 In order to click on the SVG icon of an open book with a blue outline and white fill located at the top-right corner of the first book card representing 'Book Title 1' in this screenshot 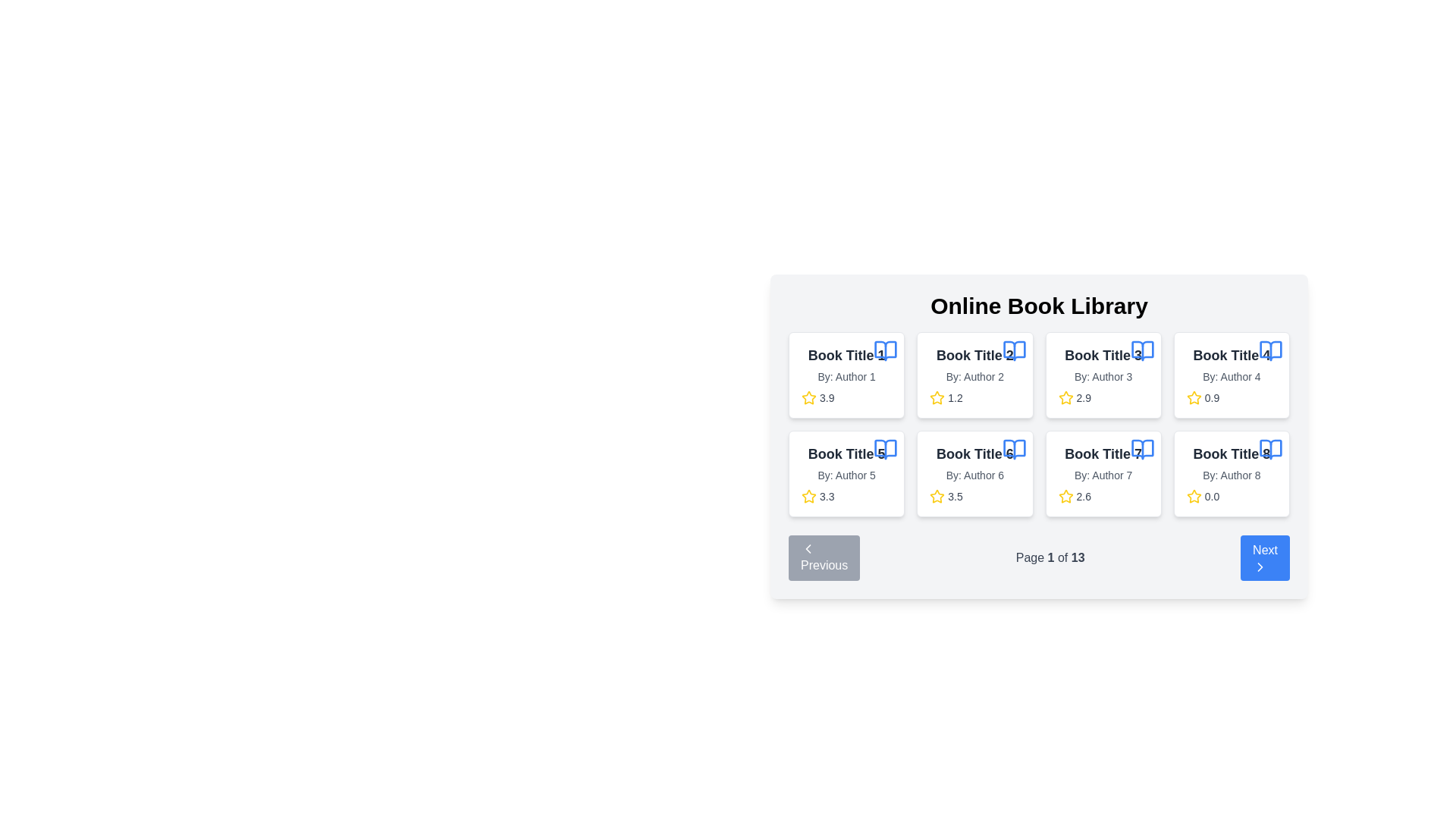, I will do `click(886, 350)`.